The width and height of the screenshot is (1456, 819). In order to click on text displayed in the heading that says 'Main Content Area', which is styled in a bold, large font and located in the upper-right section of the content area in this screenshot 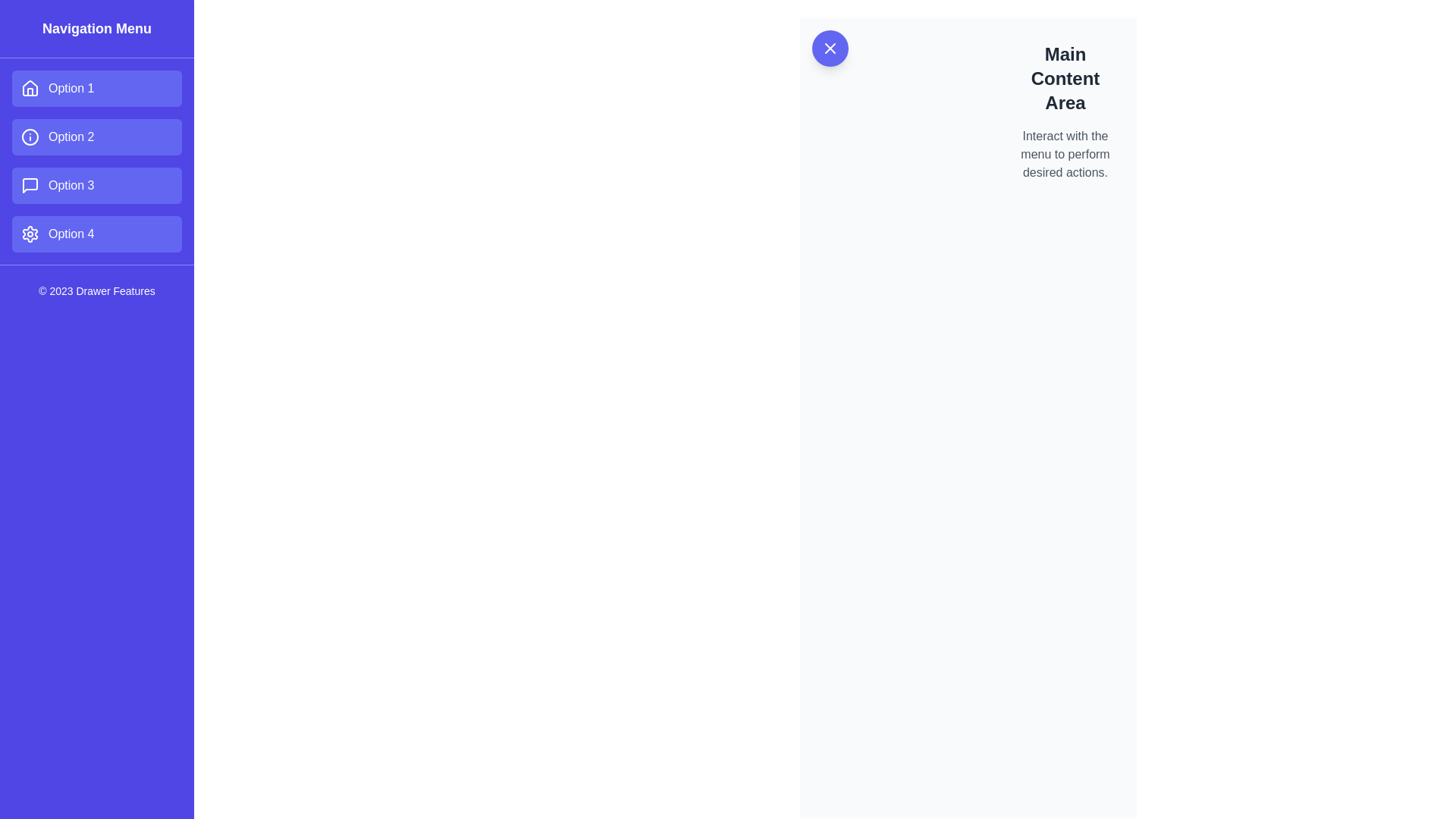, I will do `click(1065, 79)`.